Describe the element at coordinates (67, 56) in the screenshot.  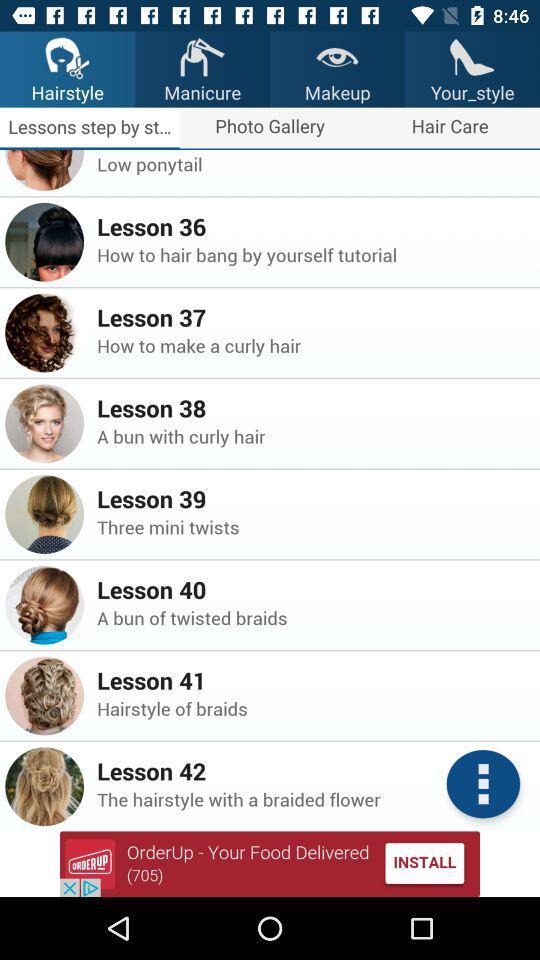
I see `the image above hairstyle` at that location.